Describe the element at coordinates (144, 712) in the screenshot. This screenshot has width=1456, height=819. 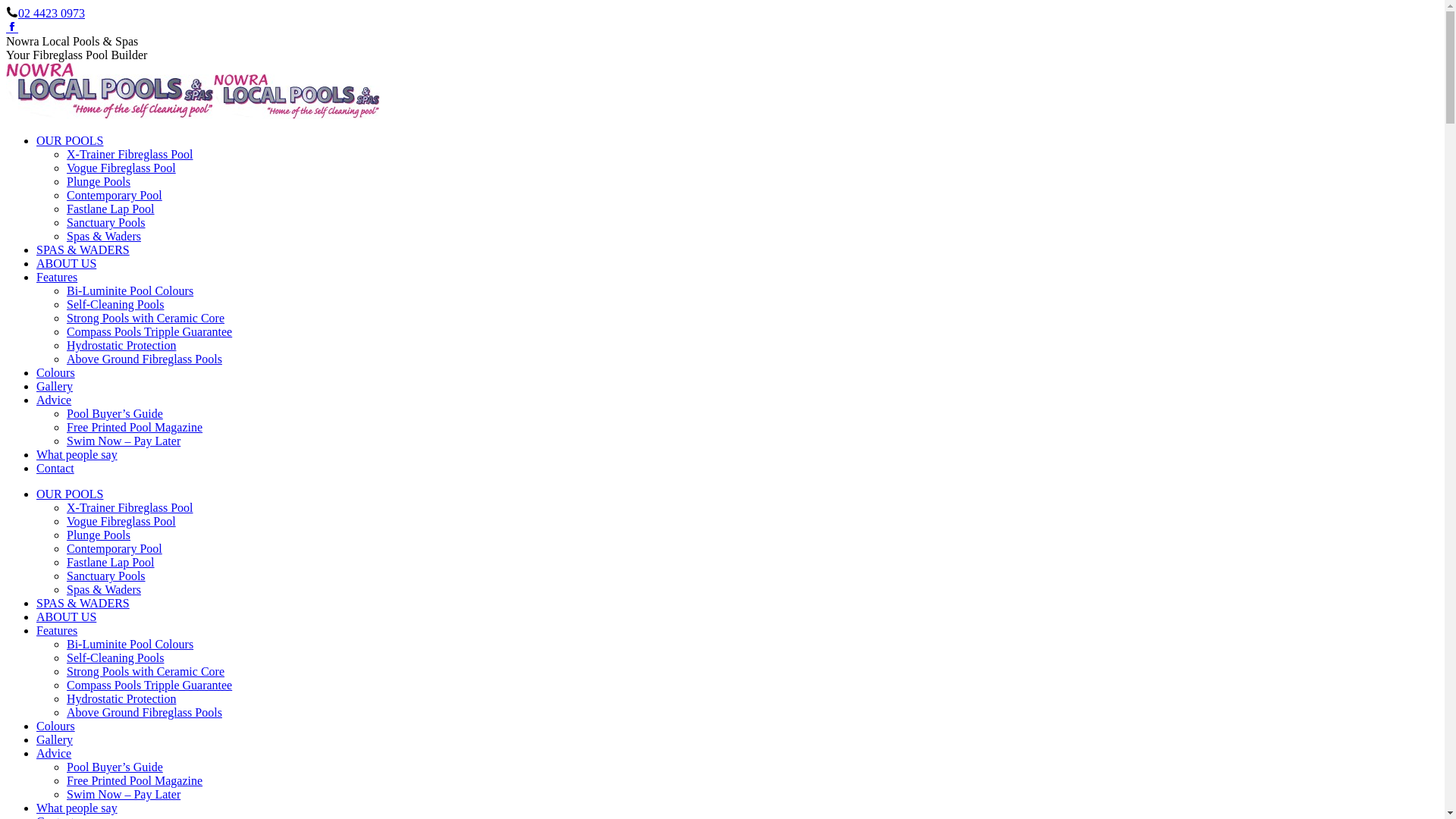
I see `'Above Ground Fibreglass Pools'` at that location.